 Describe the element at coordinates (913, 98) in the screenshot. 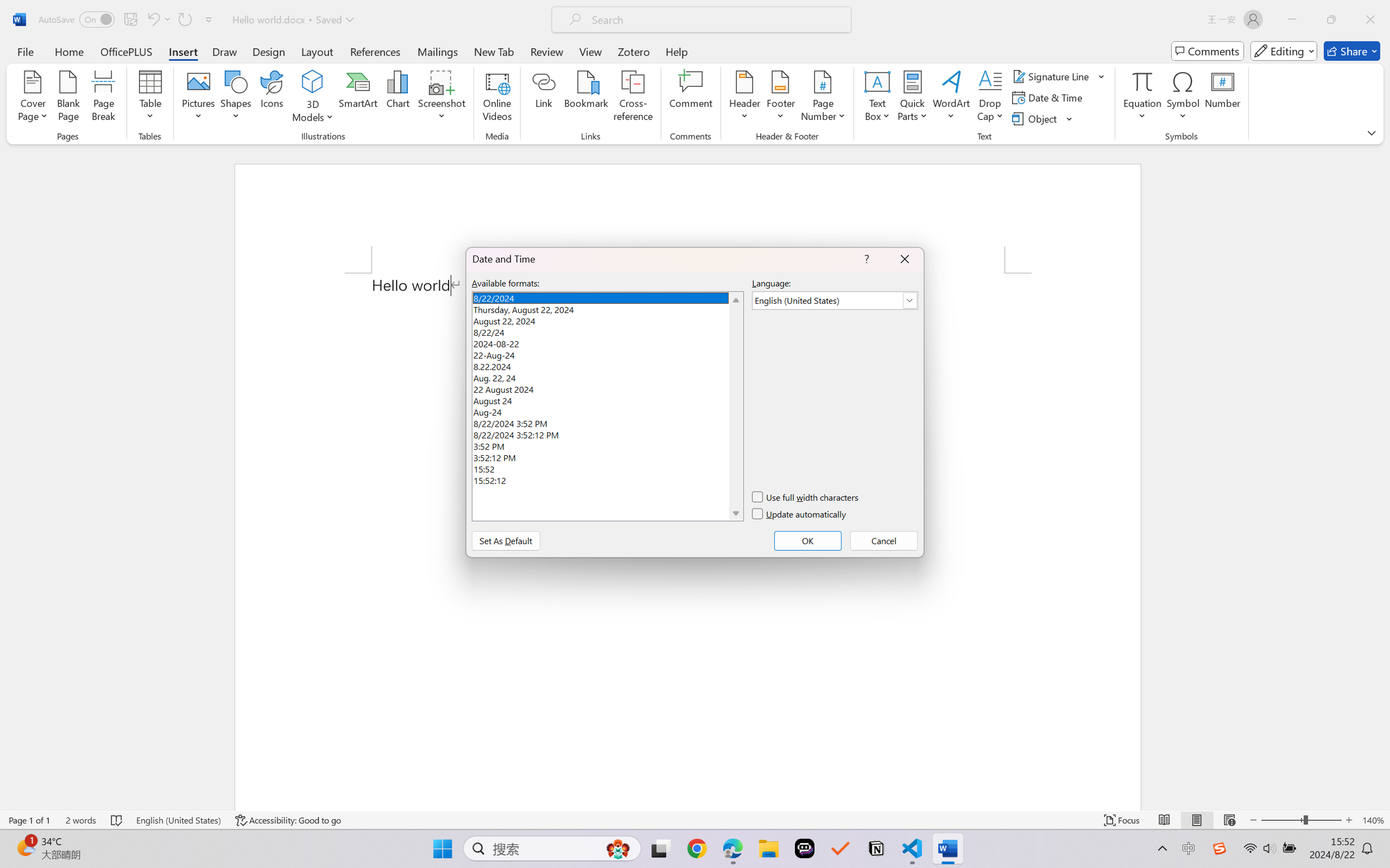

I see `'Quick Parts'` at that location.